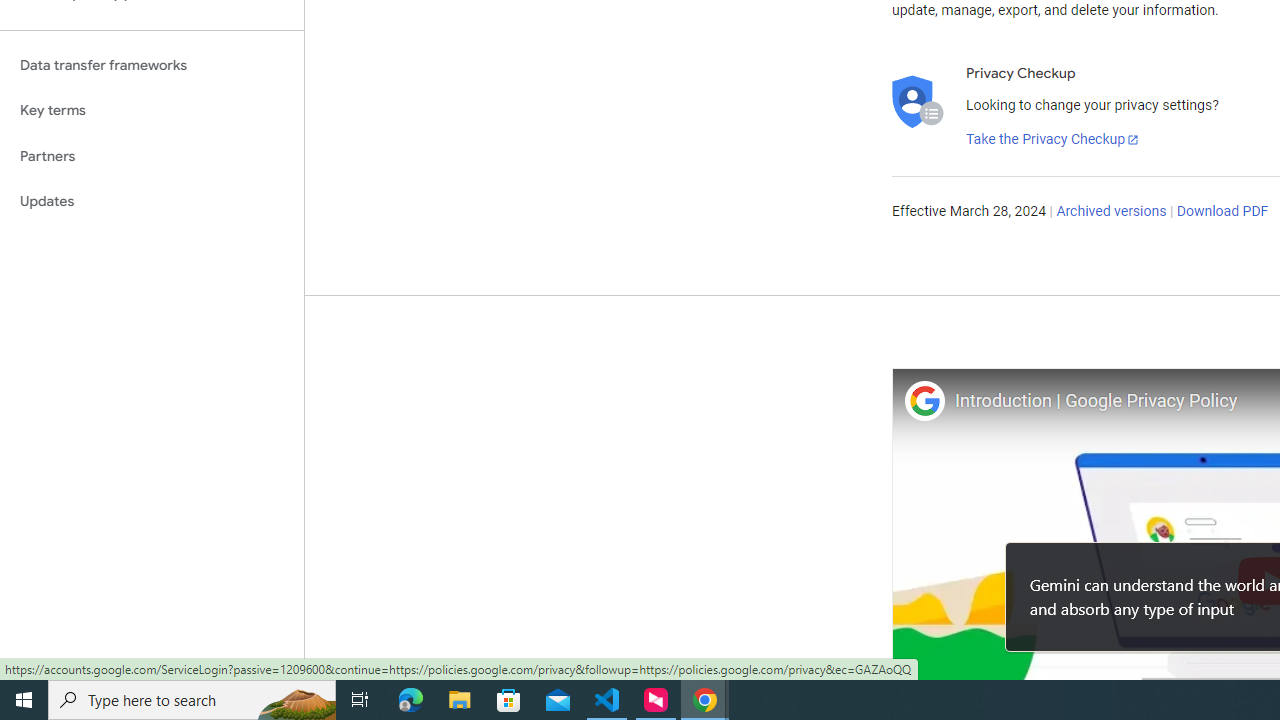  What do you see at coordinates (151, 64) in the screenshot?
I see `'Data transfer frameworks'` at bounding box center [151, 64].